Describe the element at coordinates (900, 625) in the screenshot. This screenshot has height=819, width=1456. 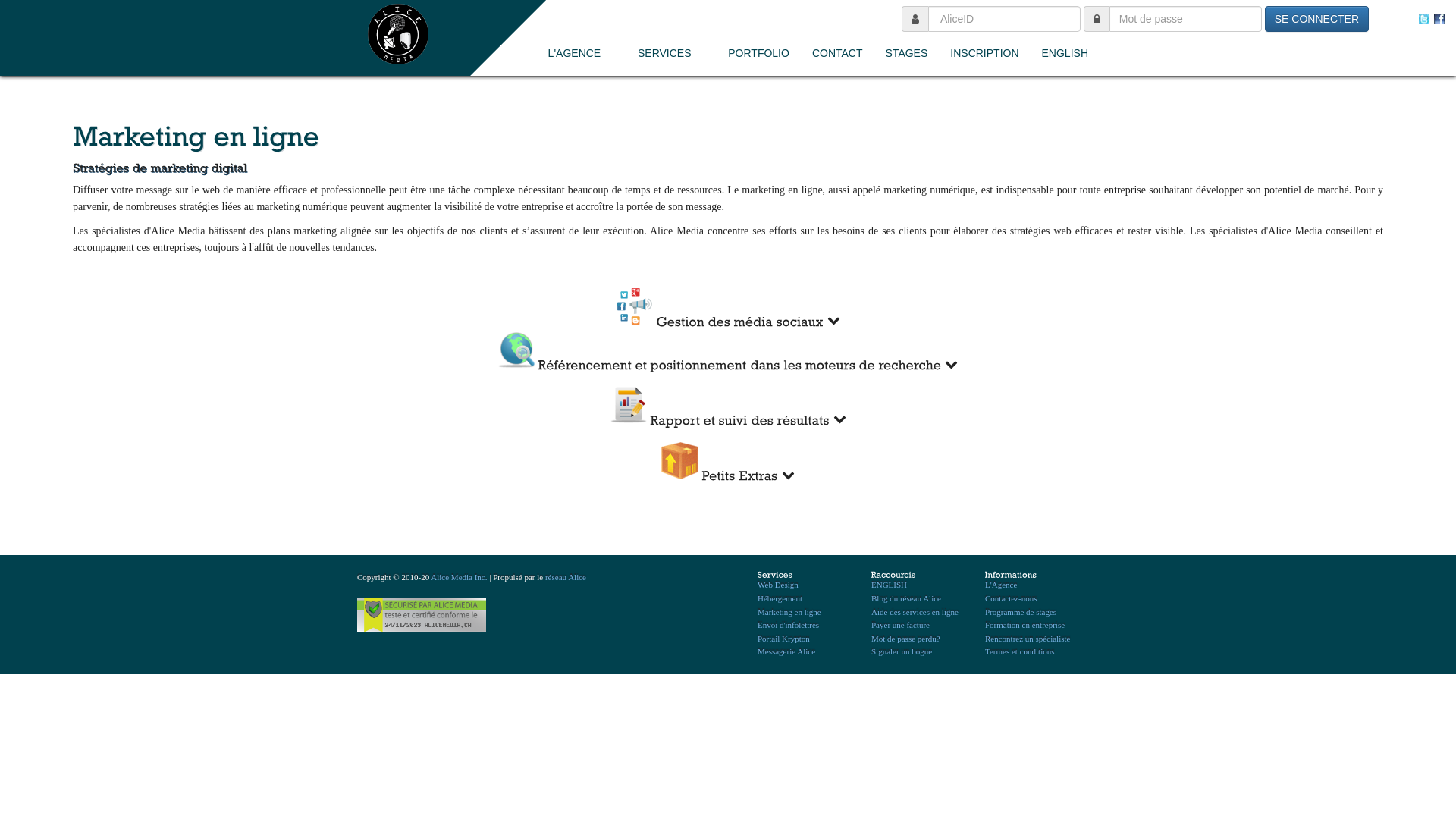
I see `'Payer une facture'` at that location.